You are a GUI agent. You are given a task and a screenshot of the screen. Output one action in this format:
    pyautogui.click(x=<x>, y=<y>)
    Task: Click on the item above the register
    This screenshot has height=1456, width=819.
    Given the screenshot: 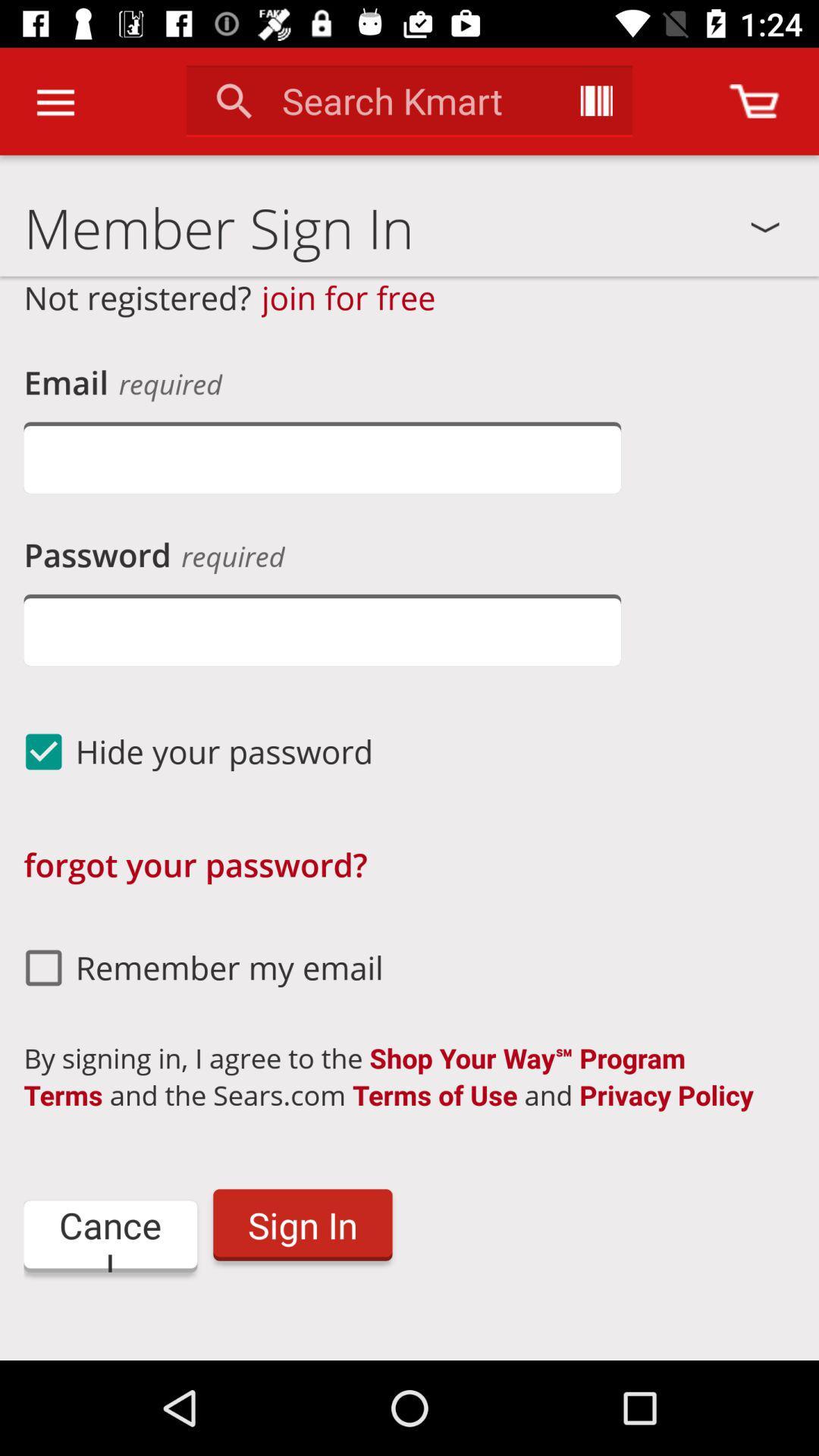 What is the action you would take?
    pyautogui.click(x=109, y=1236)
    